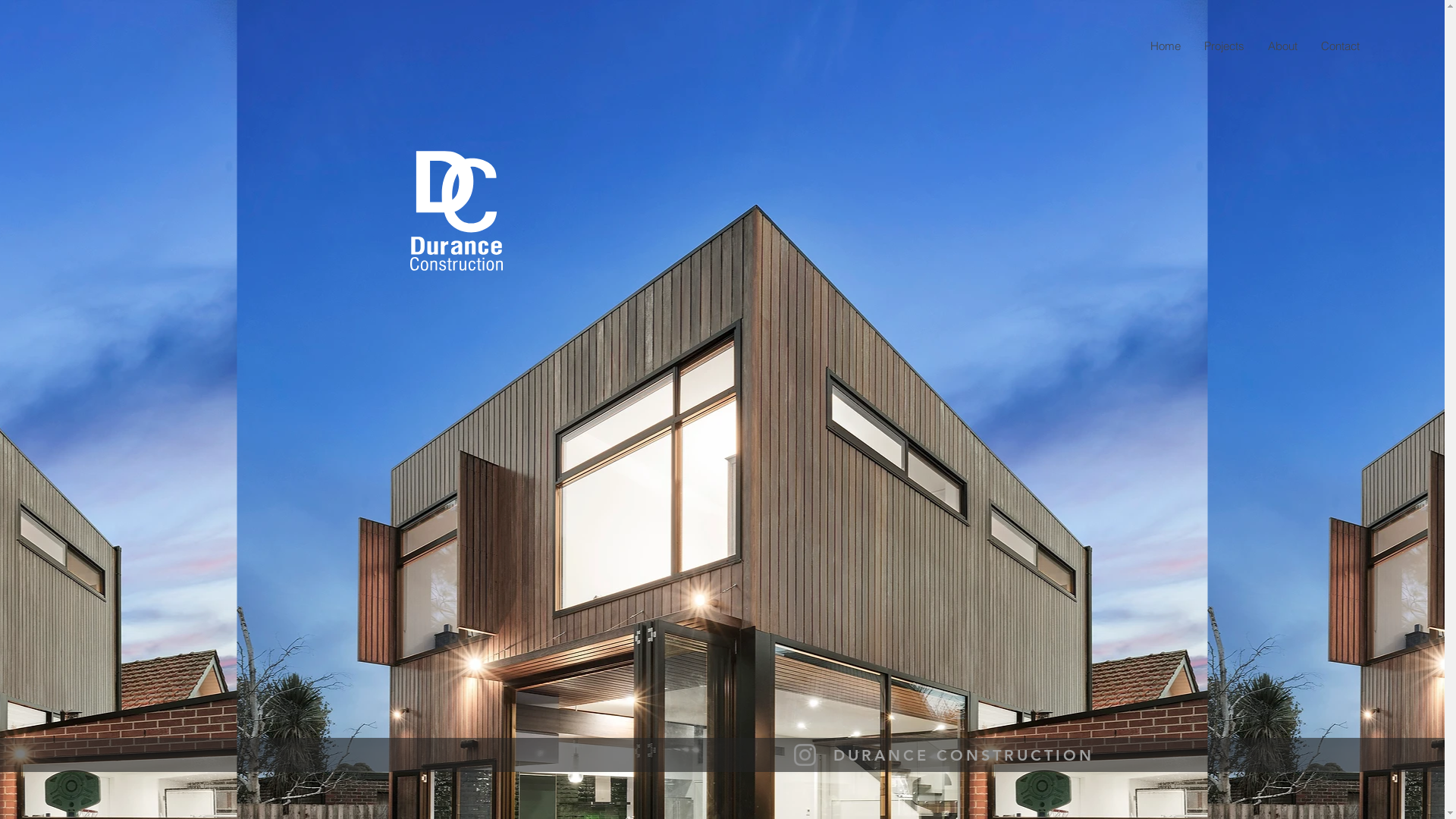 Image resolution: width=1456 pixels, height=819 pixels. I want to click on 'Home', so click(1164, 45).